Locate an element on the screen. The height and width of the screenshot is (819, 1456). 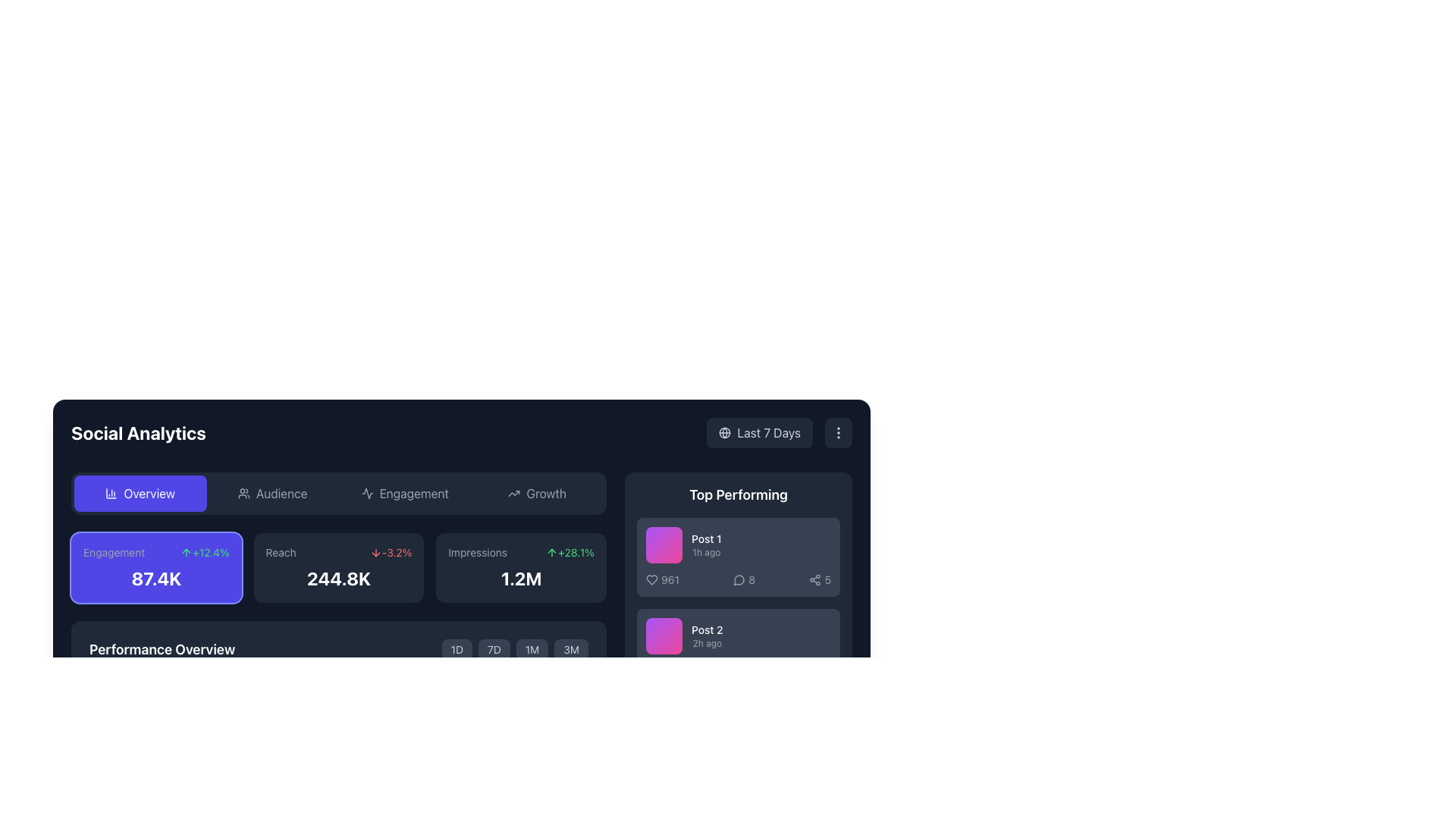
the analytics card labeled 'Reach' which displays a statistic of '-3.2%' and is positioned between the 'Engagement' card and the 'Impressions' card in the grid layout is located at coordinates (337, 567).